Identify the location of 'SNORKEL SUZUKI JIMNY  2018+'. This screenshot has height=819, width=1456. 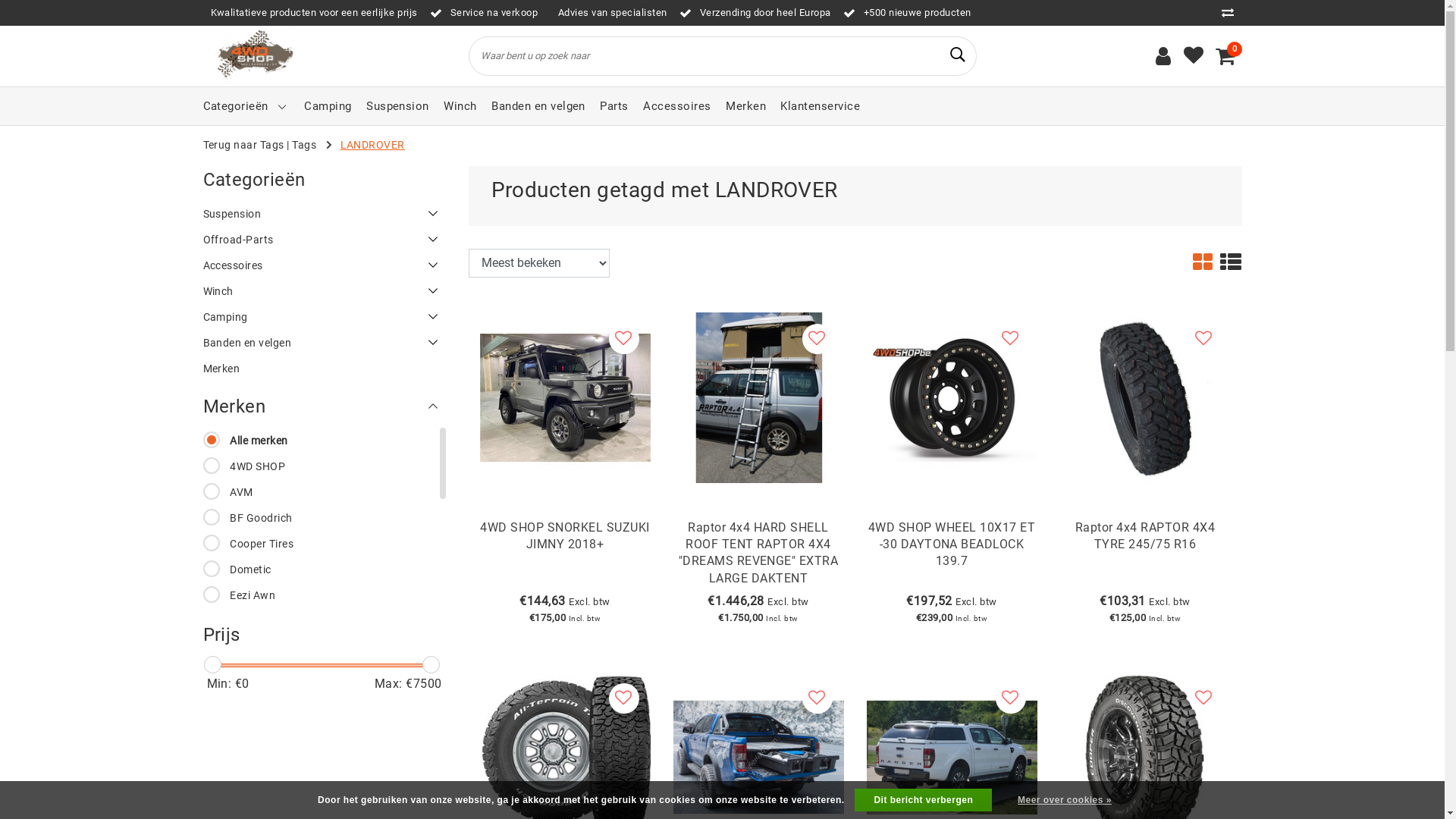
(563, 395).